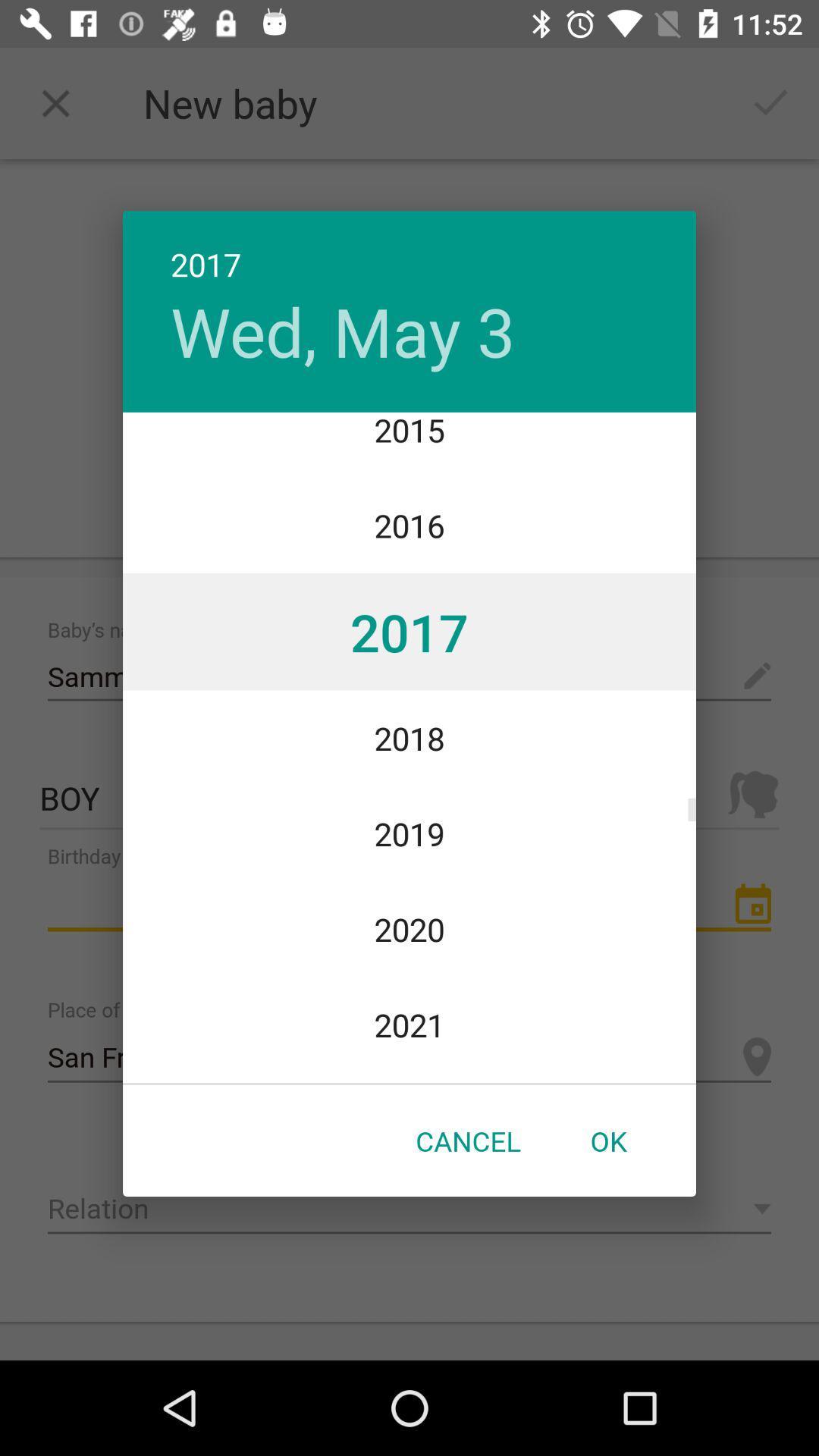 The width and height of the screenshot is (819, 1456). I want to click on item next to cancel icon, so click(607, 1141).